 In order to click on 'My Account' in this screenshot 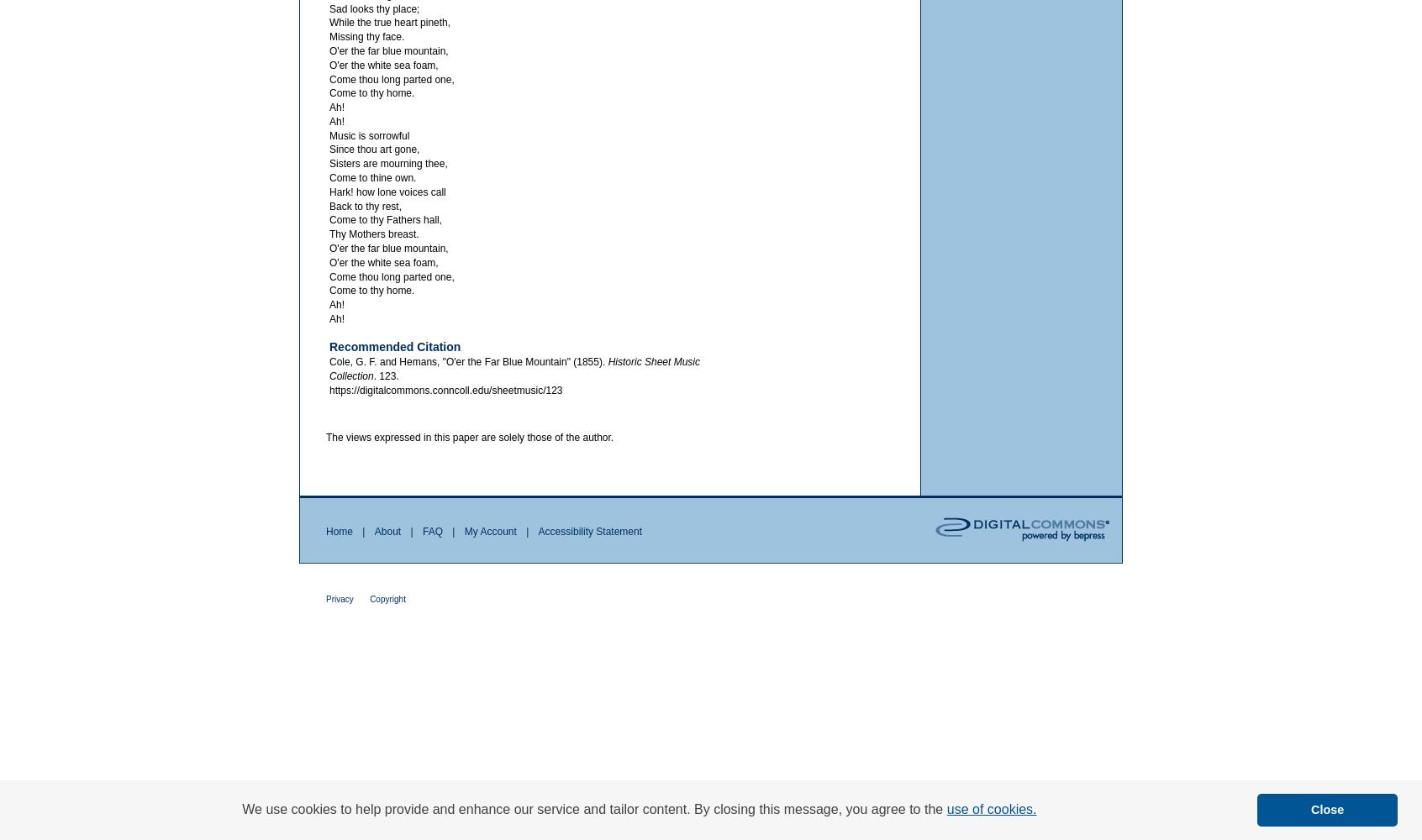, I will do `click(463, 531)`.